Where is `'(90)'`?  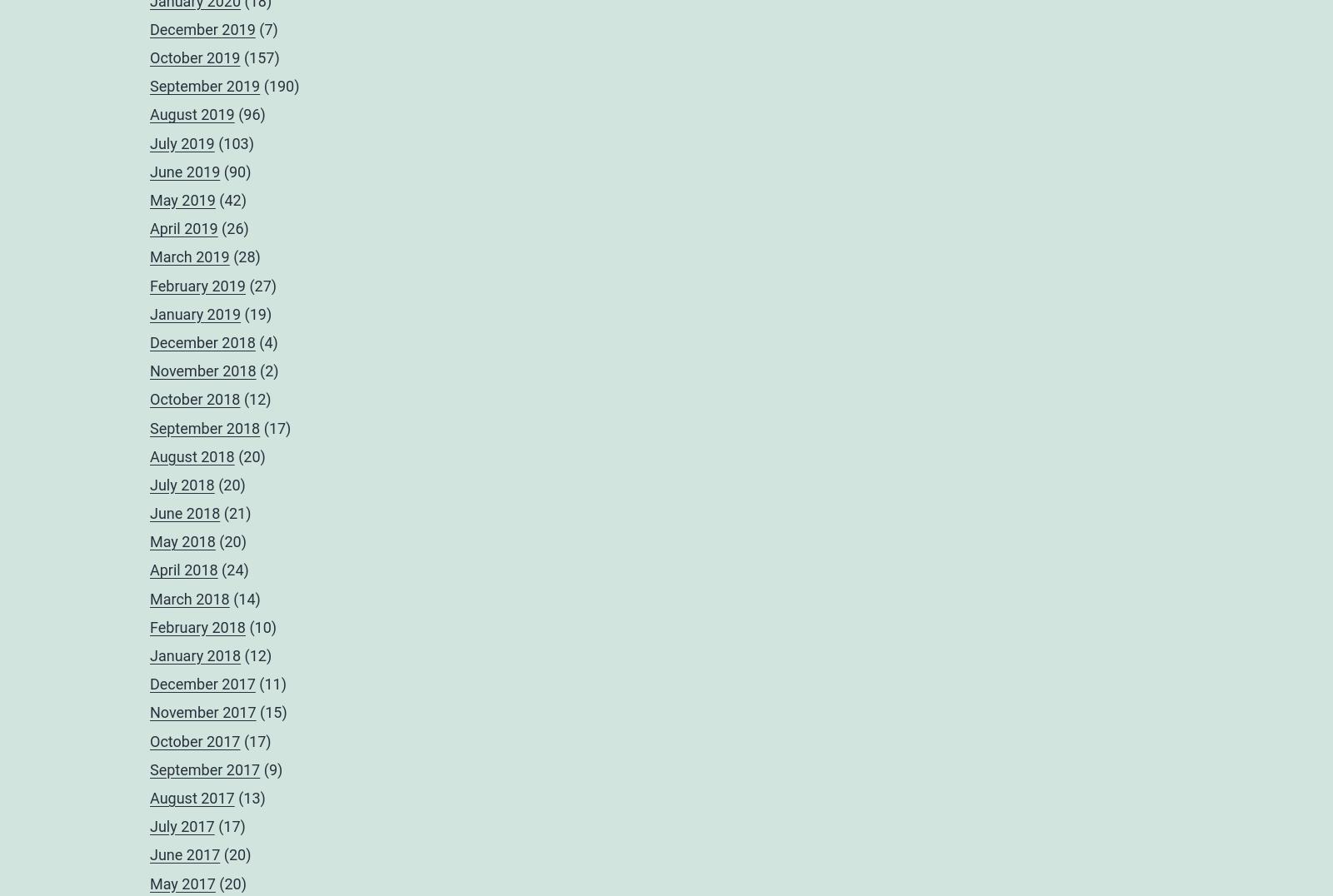
'(90)' is located at coordinates (235, 170).